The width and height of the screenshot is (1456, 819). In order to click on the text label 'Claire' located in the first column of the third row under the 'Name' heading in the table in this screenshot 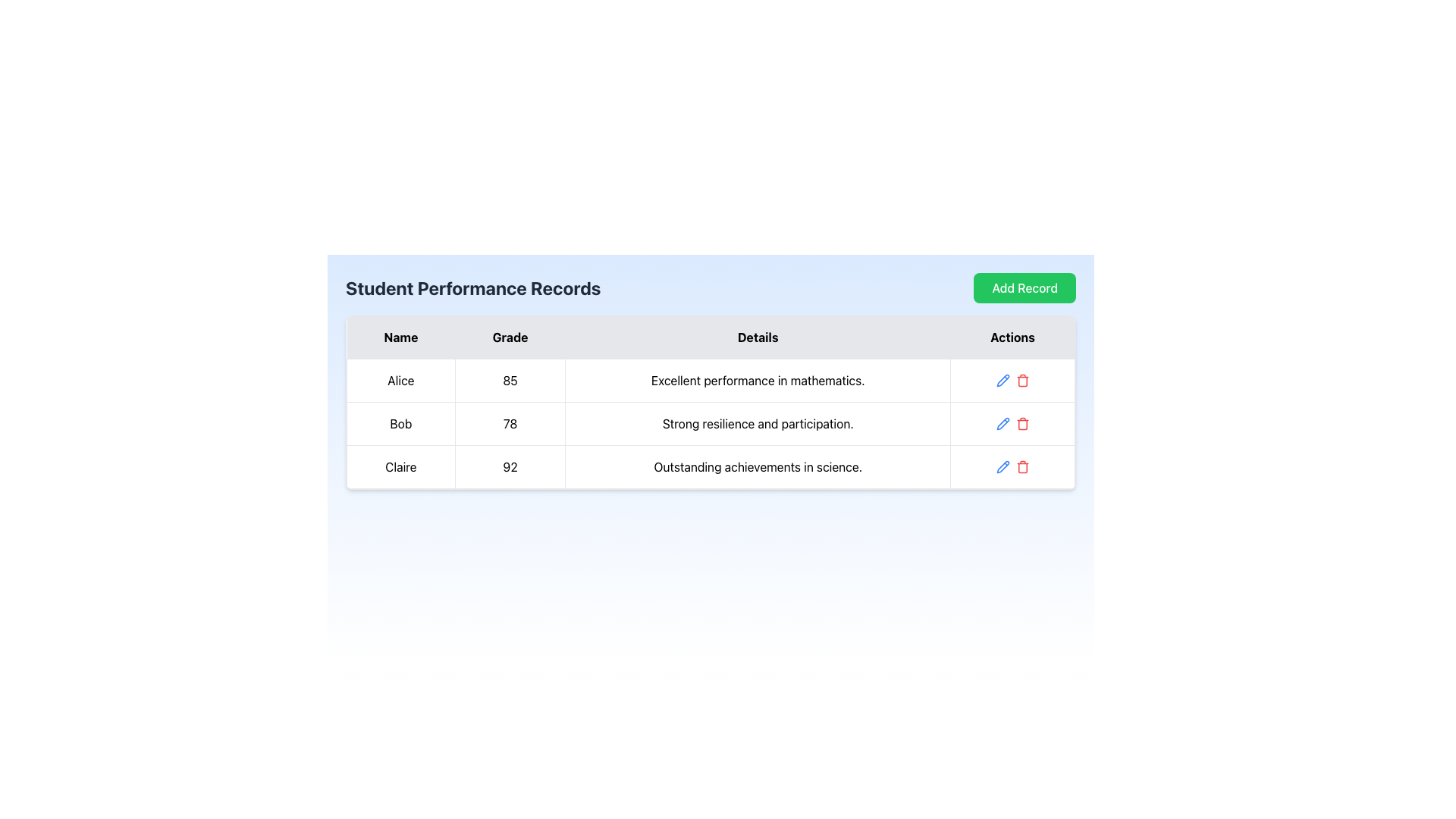, I will do `click(400, 466)`.